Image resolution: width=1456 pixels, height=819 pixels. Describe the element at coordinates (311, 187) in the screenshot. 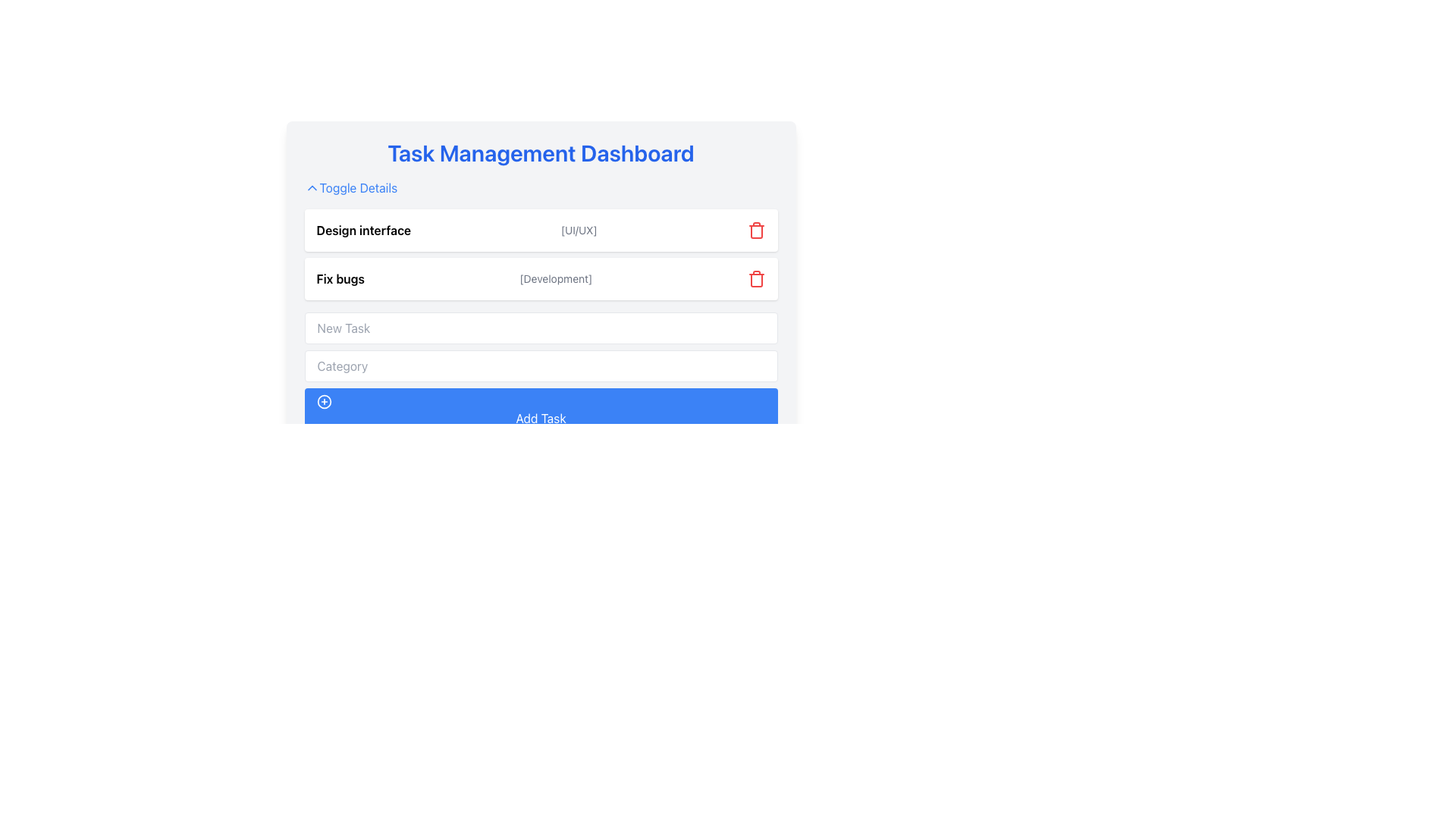

I see `the small blue upward-pointing chevron icon located to the left of the 'Toggle Details' text` at that location.